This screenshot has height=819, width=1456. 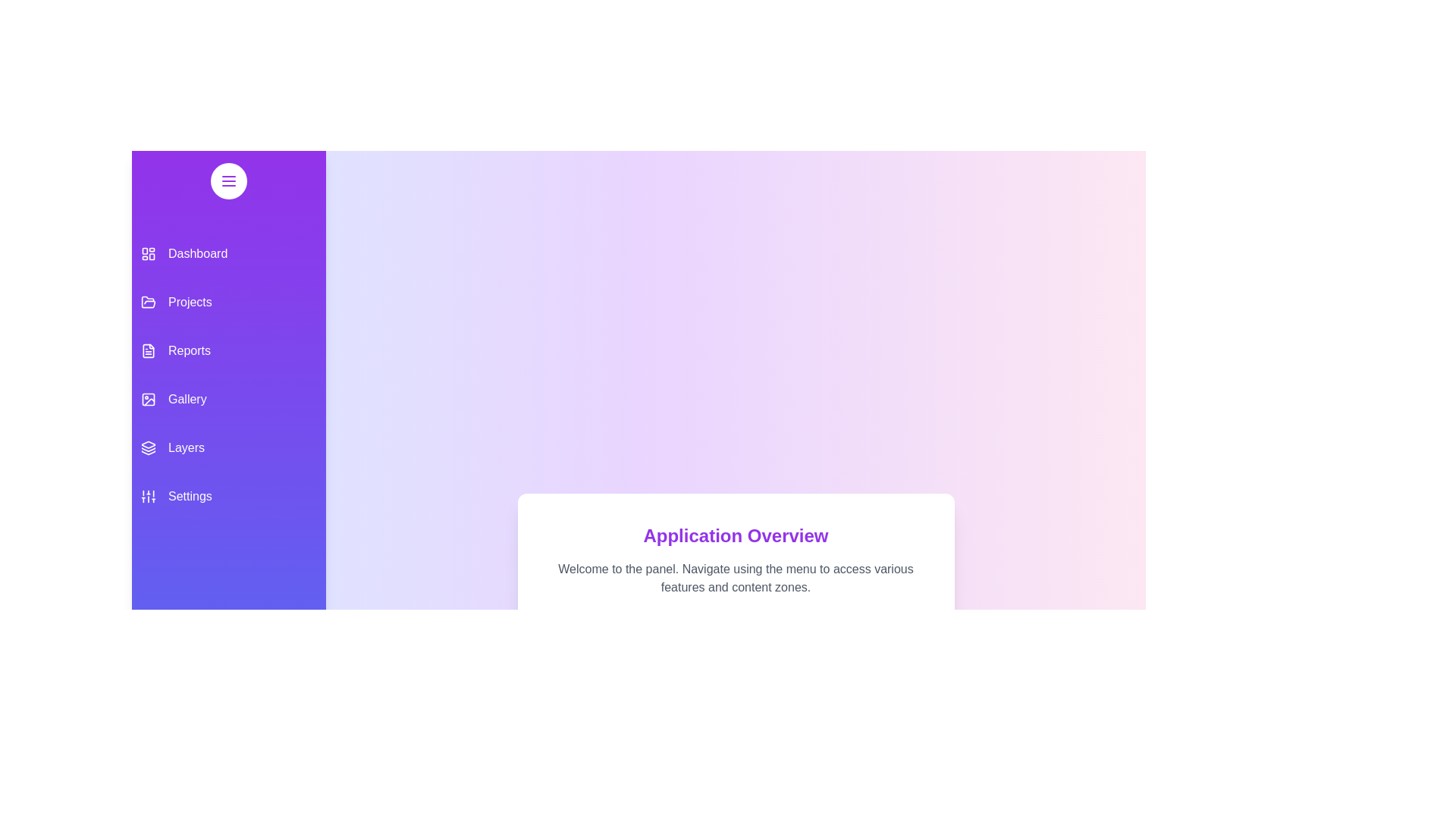 I want to click on the menu item Layers from the drawer to navigate to its respective section, so click(x=228, y=447).